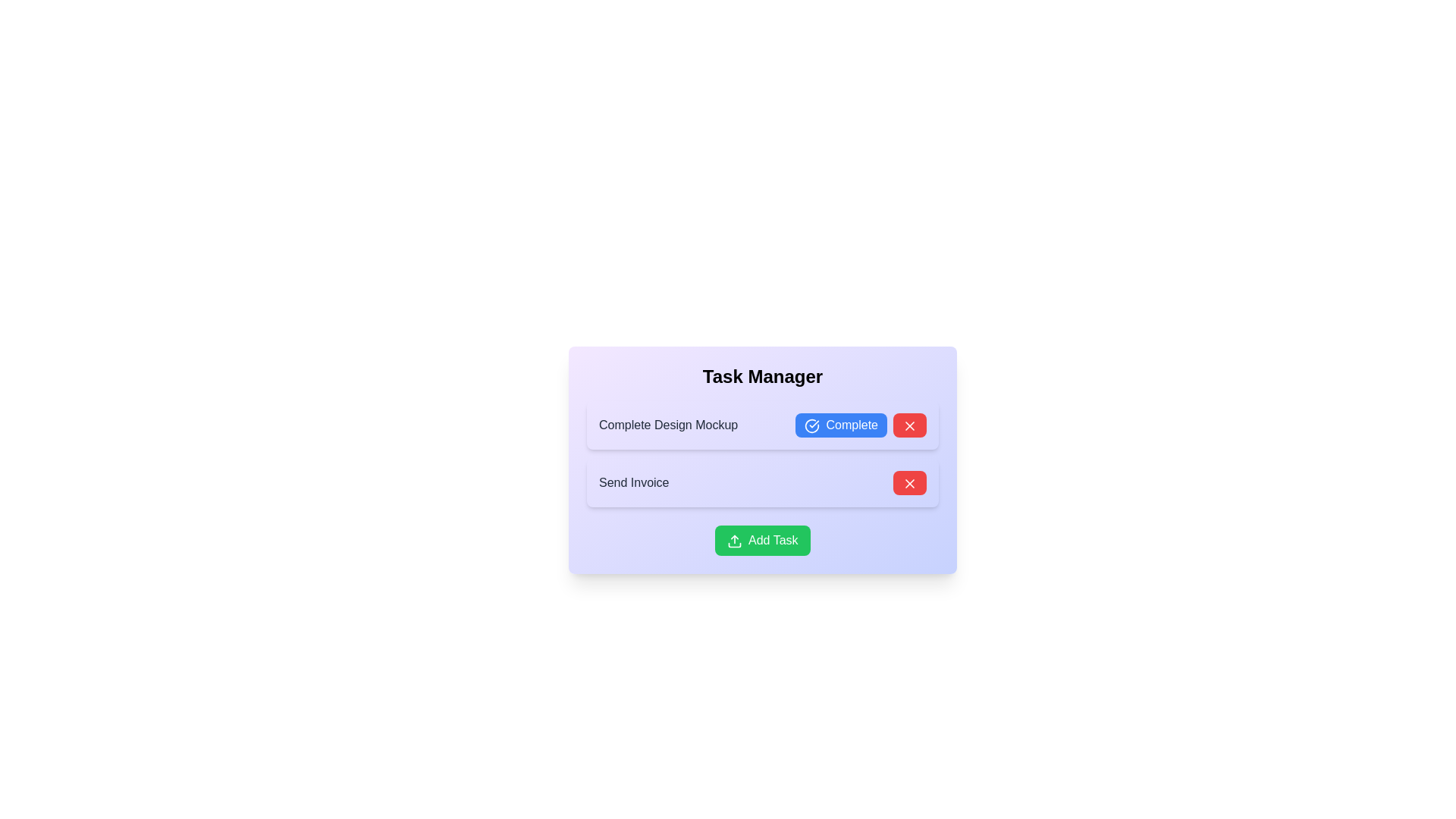  Describe the element at coordinates (861, 425) in the screenshot. I see `the button used to mark the 'Complete Design Mockup' task as completed, which is located on the right side of the task description in the task list interface` at that location.